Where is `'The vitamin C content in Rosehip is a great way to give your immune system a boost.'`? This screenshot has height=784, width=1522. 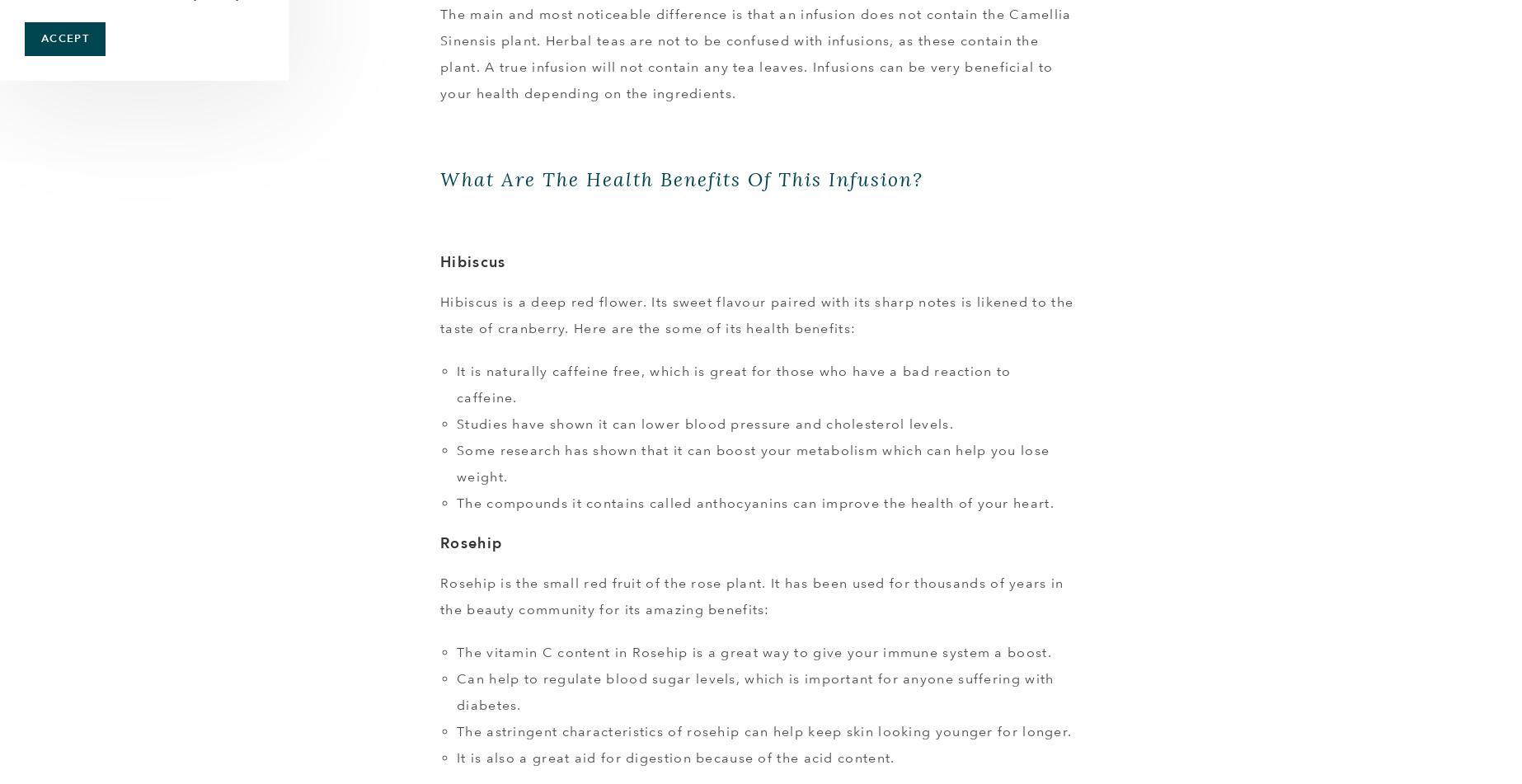
'The vitamin C content in Rosehip is a great way to give your immune system a boost.' is located at coordinates (753, 651).